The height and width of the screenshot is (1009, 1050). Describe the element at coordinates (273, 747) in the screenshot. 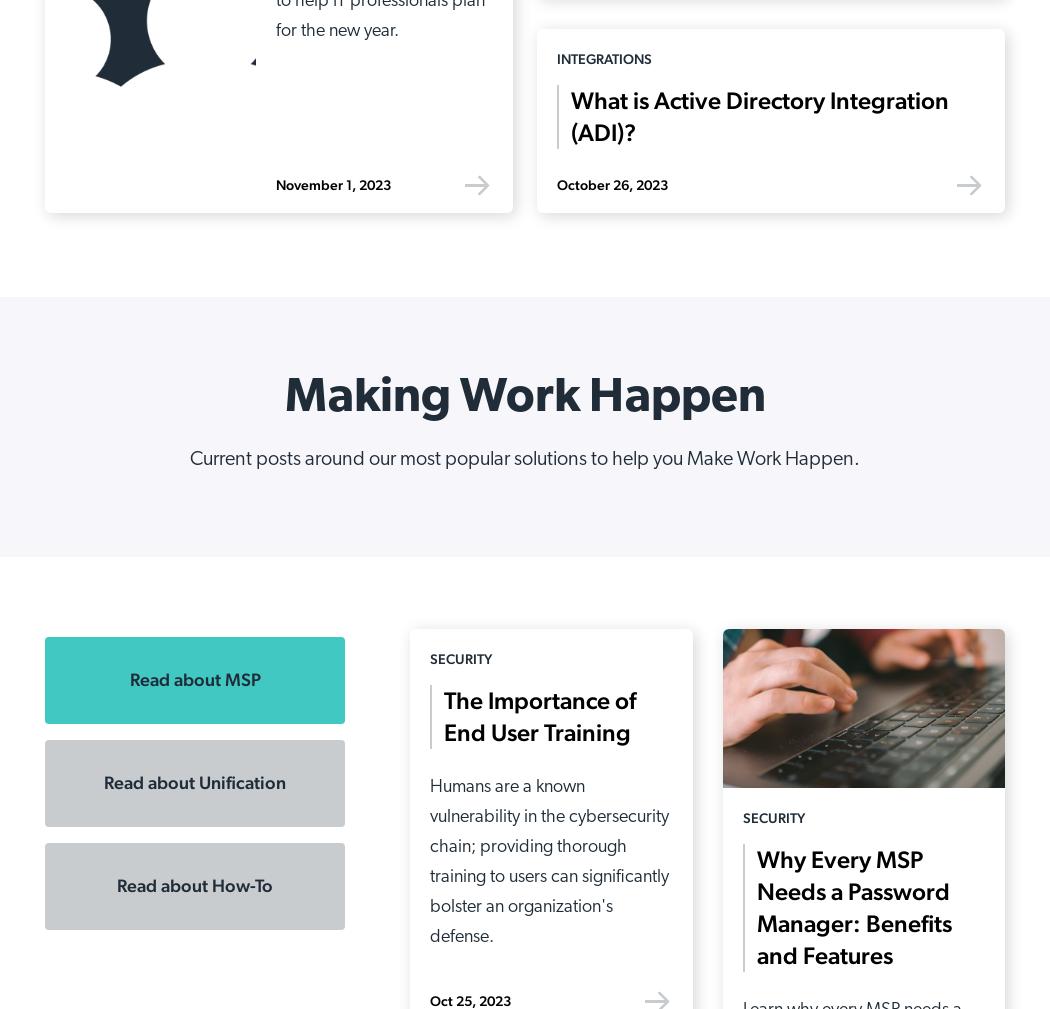

I see `'User Lifecycle Management'` at that location.